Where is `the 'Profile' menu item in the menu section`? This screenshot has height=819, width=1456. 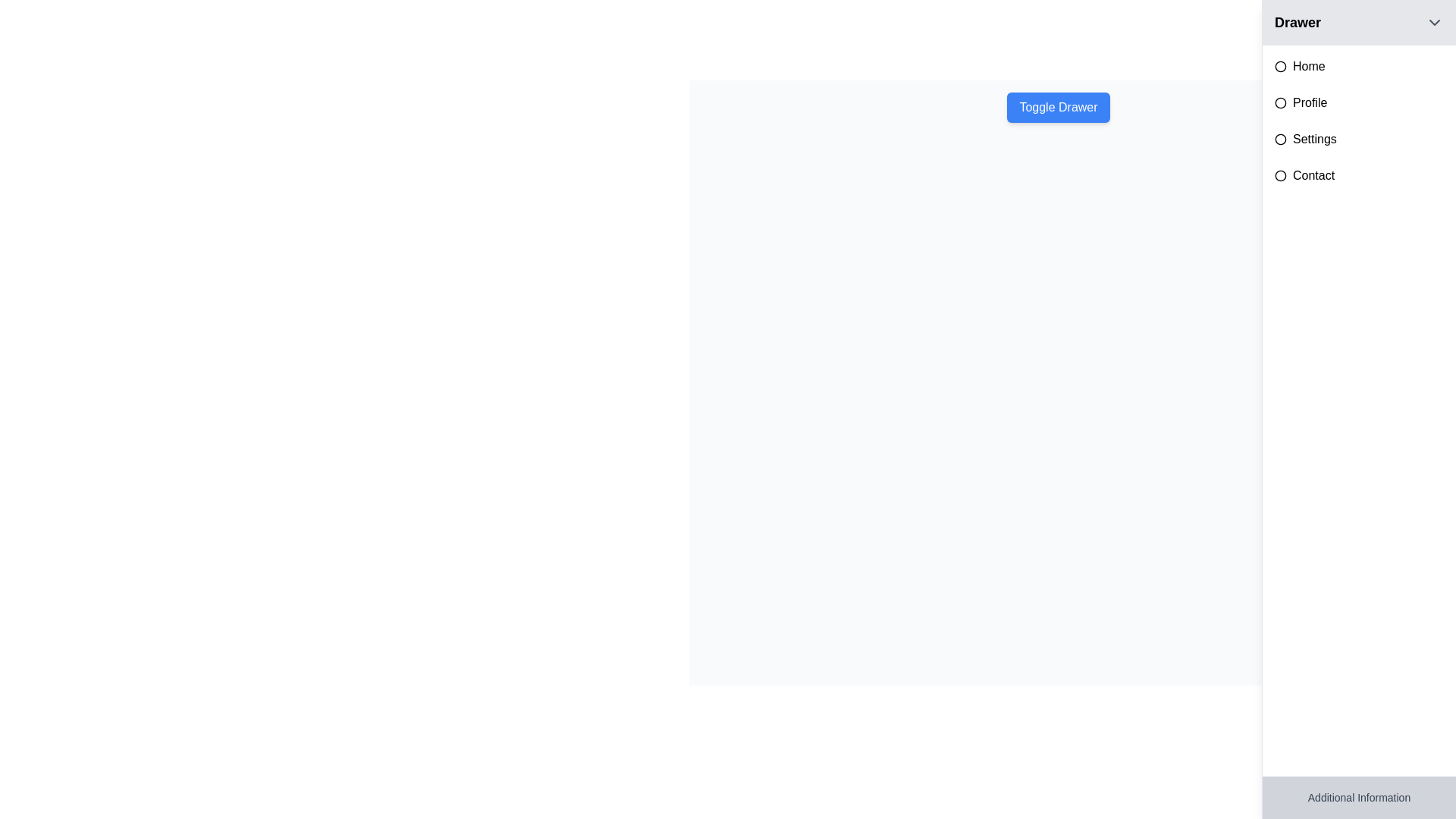
the 'Profile' menu item in the menu section is located at coordinates (1359, 102).